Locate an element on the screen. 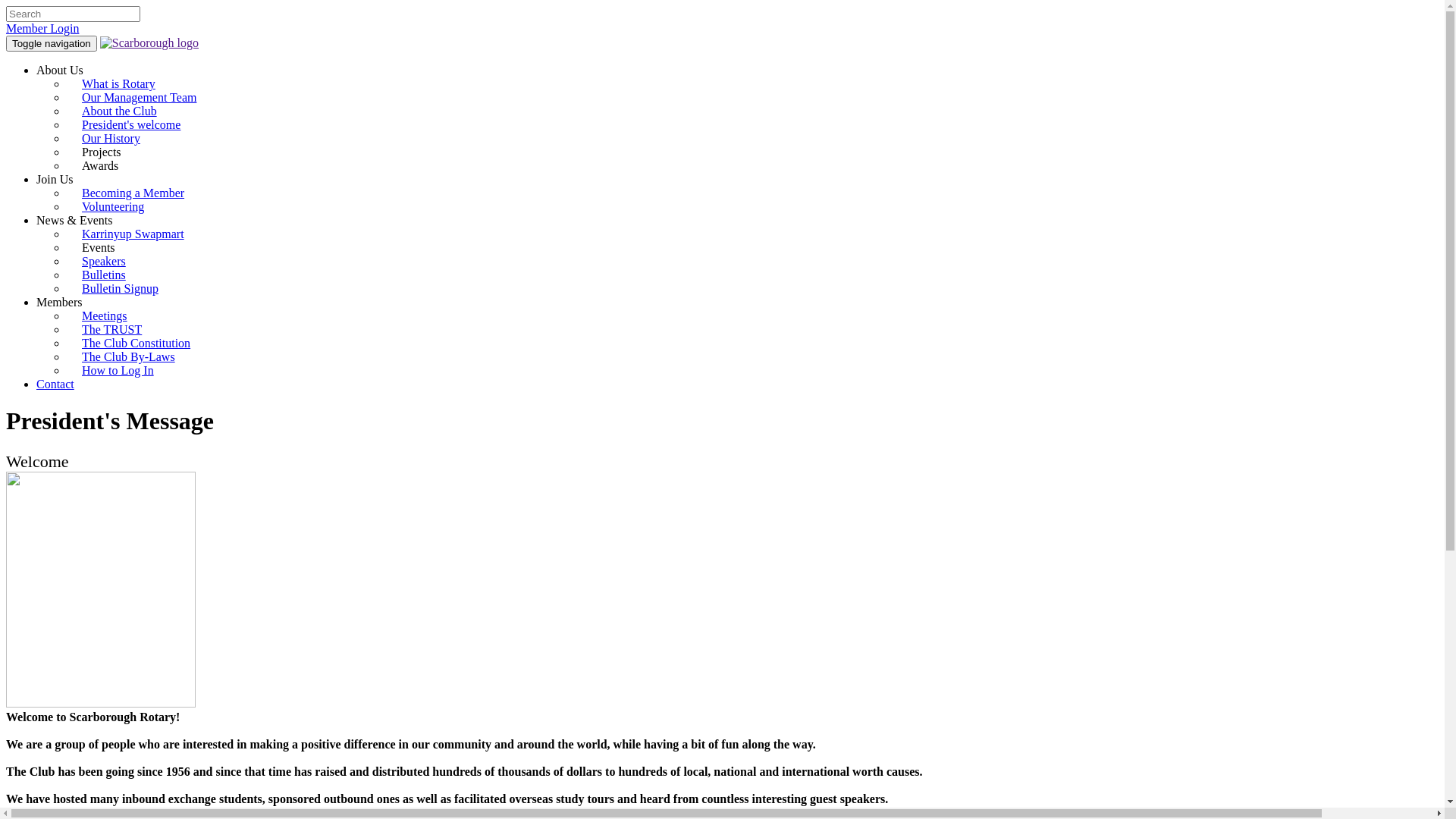 The width and height of the screenshot is (1456, 819). 'The TRUST' is located at coordinates (111, 328).